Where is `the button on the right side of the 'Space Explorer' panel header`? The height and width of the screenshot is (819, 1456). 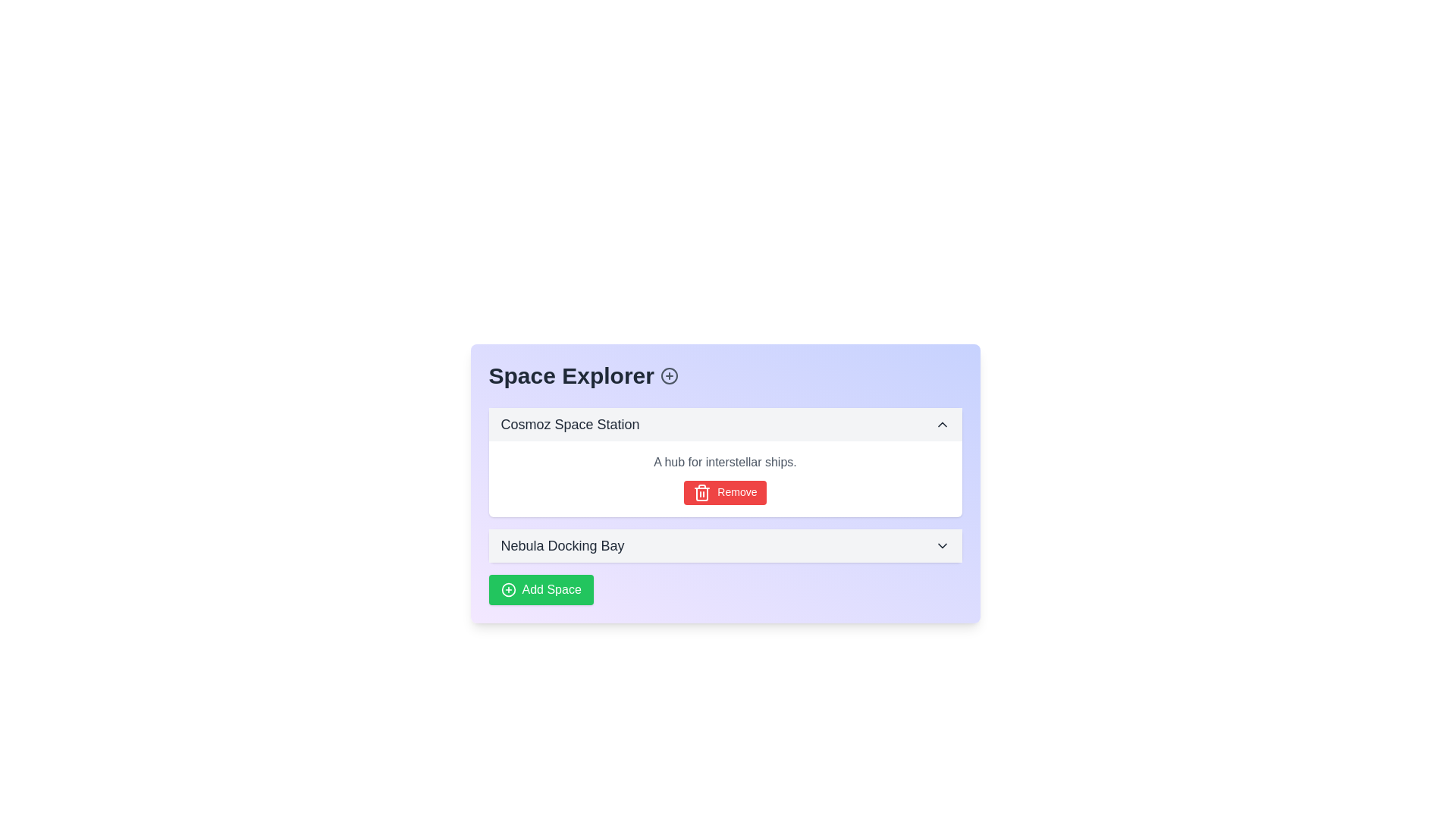 the button on the right side of the 'Space Explorer' panel header is located at coordinates (669, 375).